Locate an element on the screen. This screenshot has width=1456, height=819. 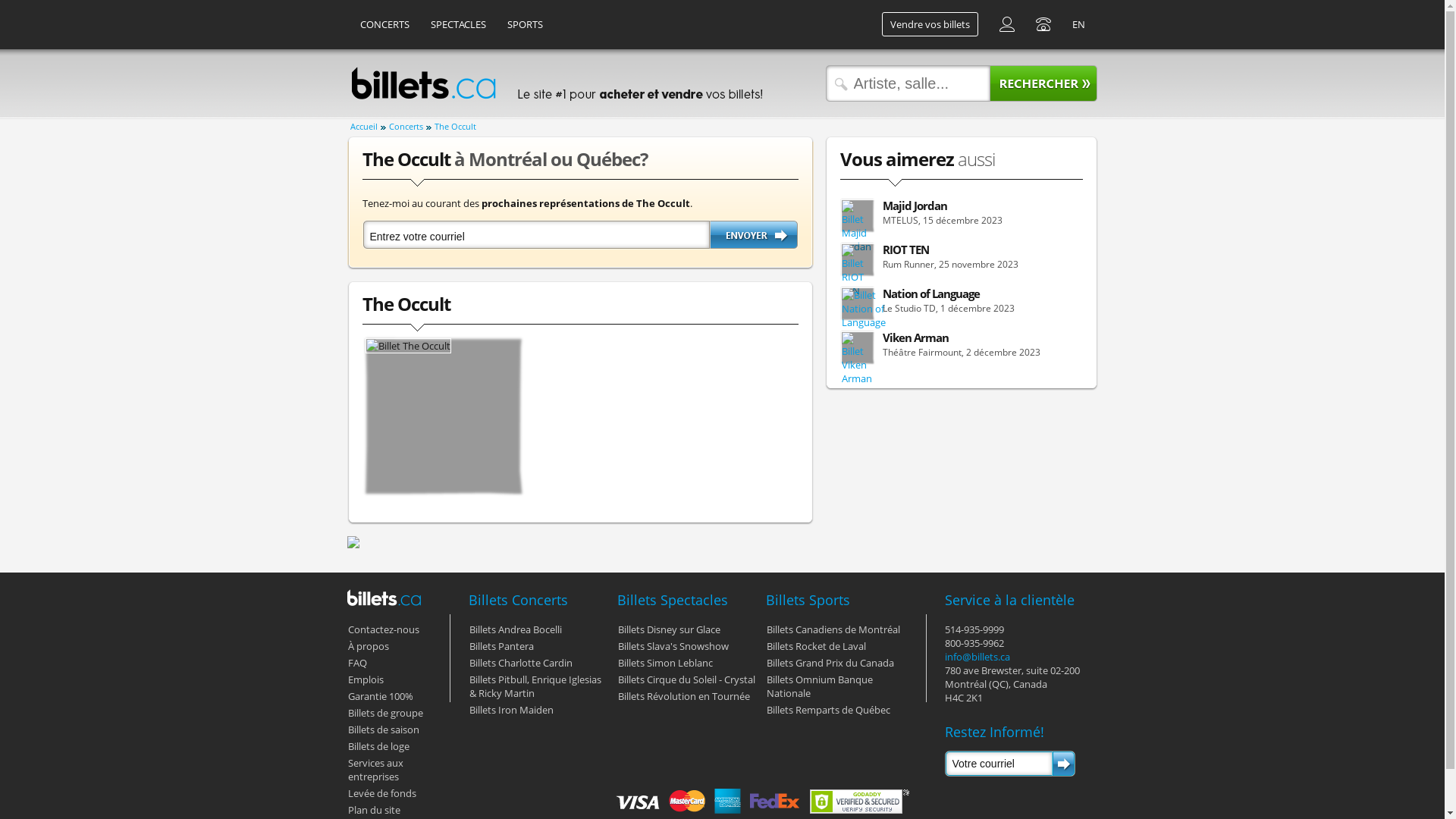
'Accueil' is located at coordinates (368, 127).